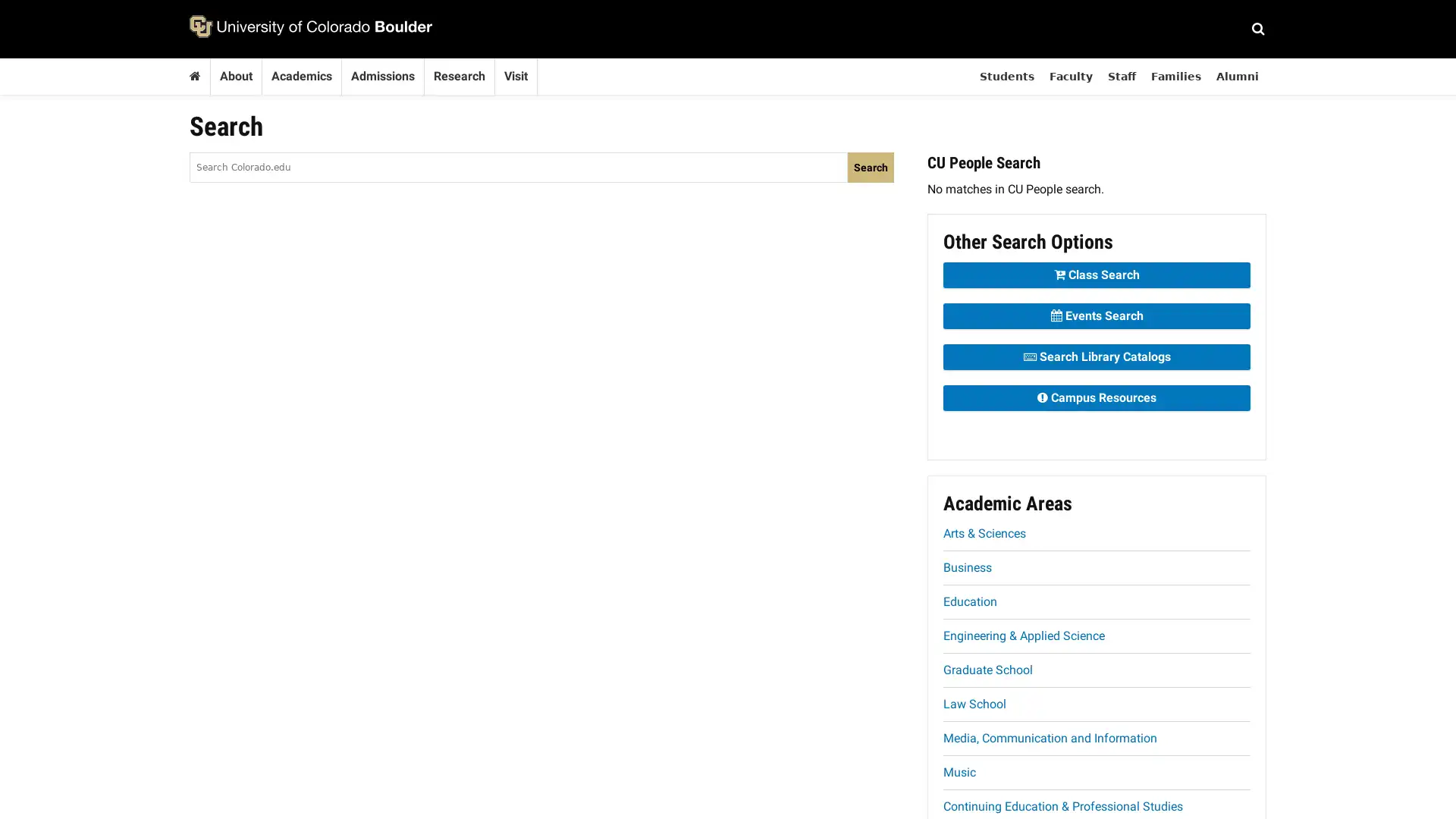 The height and width of the screenshot is (819, 1456). Describe the element at coordinates (871, 166) in the screenshot. I see `Search` at that location.